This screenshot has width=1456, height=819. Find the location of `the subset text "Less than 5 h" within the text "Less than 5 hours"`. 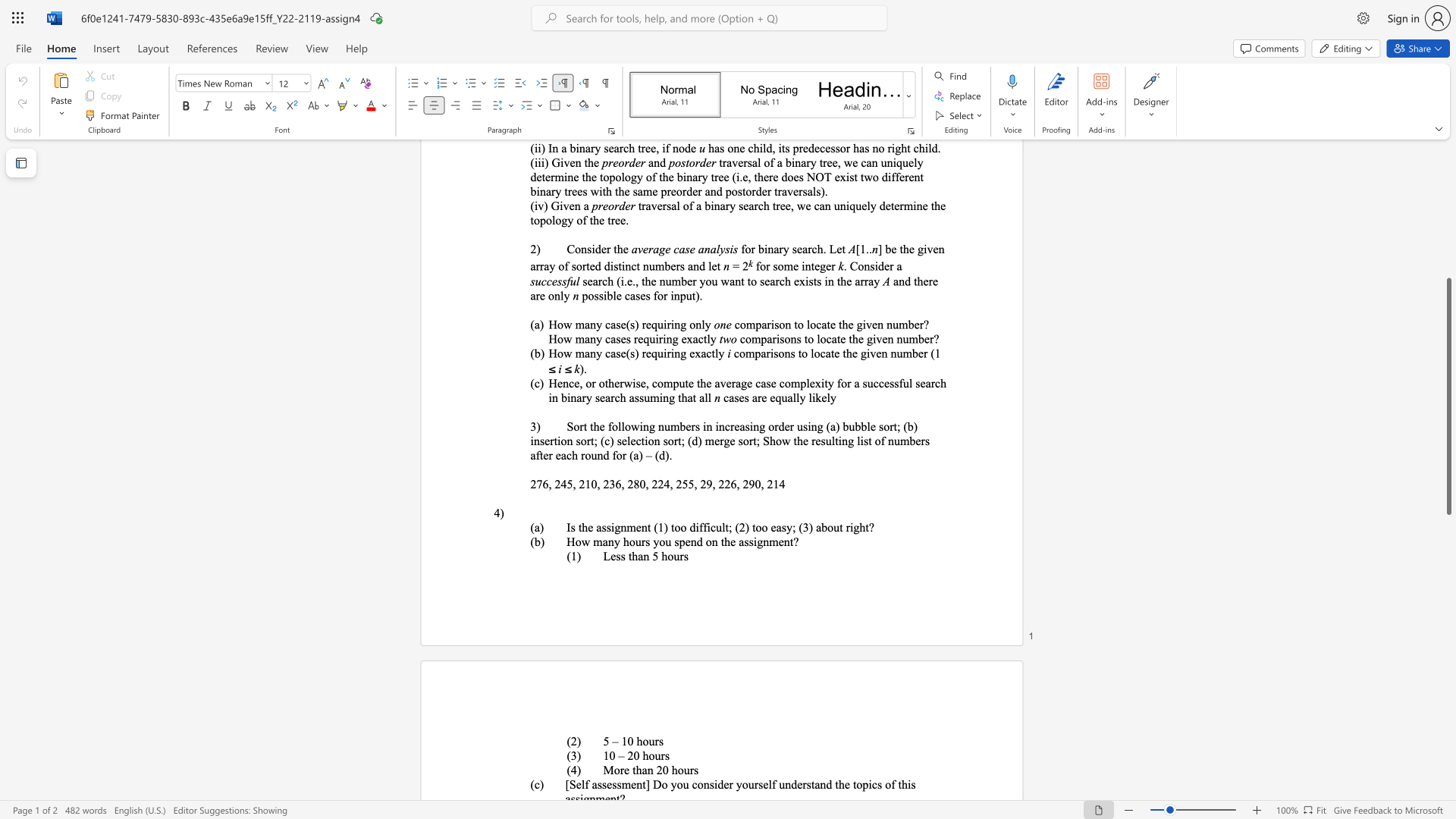

the subset text "Less than 5 h" within the text "Less than 5 hours" is located at coordinates (602, 556).